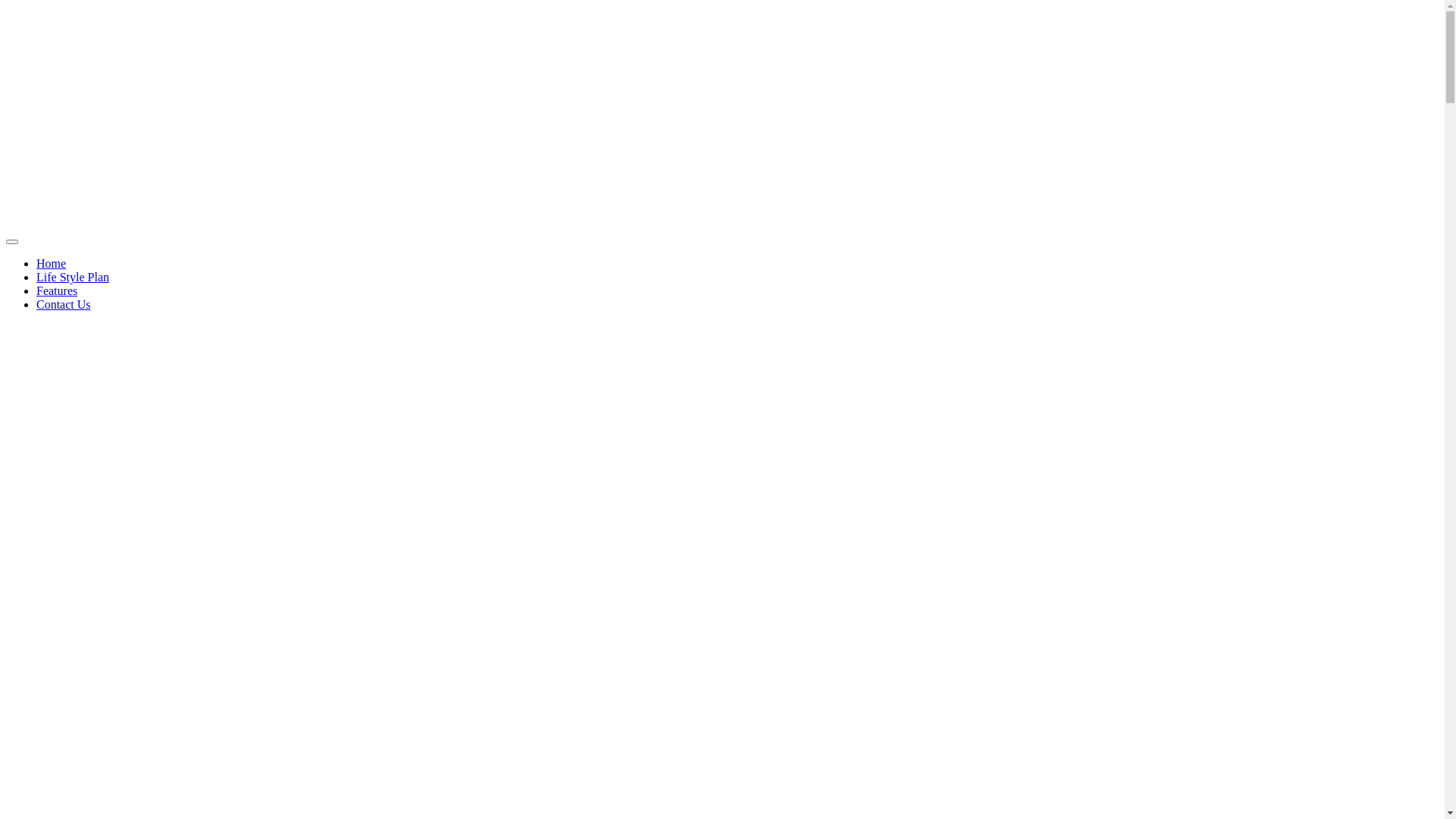 The image size is (1456, 819). What do you see at coordinates (51, 262) in the screenshot?
I see `'Home'` at bounding box center [51, 262].